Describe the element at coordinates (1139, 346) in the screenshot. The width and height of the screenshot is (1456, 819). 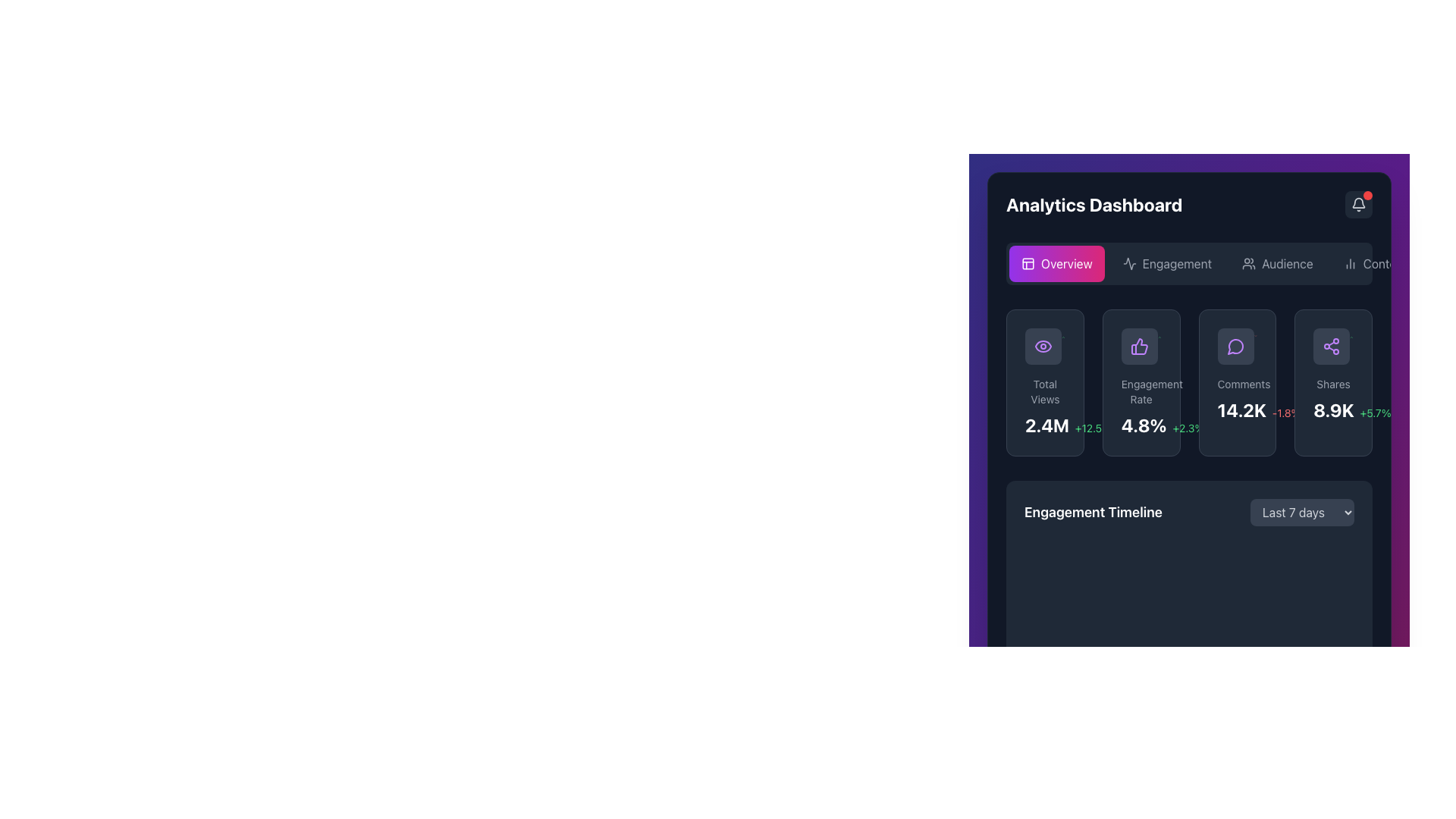
I see `the positive affirmation icon located in the upper section of the dashboard, to the right of the 'Comments' area and to the left of the 'Shares' area` at that location.